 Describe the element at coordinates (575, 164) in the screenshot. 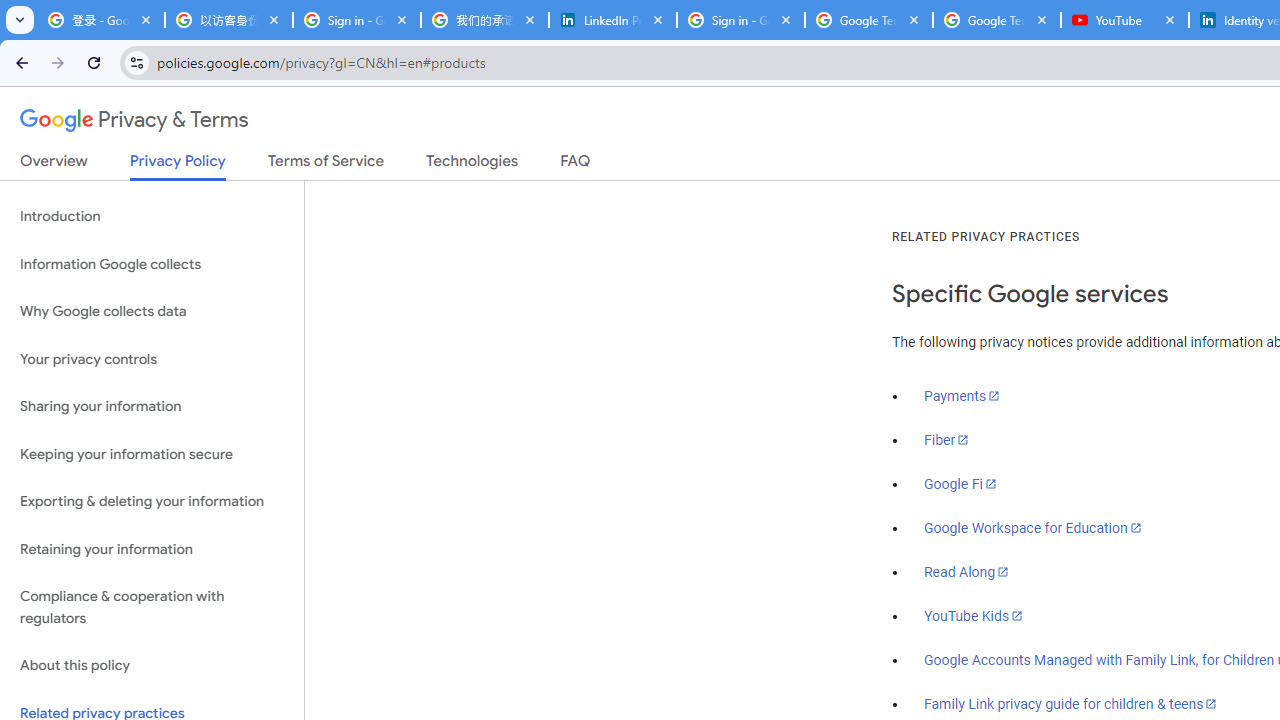

I see `'FAQ'` at that location.